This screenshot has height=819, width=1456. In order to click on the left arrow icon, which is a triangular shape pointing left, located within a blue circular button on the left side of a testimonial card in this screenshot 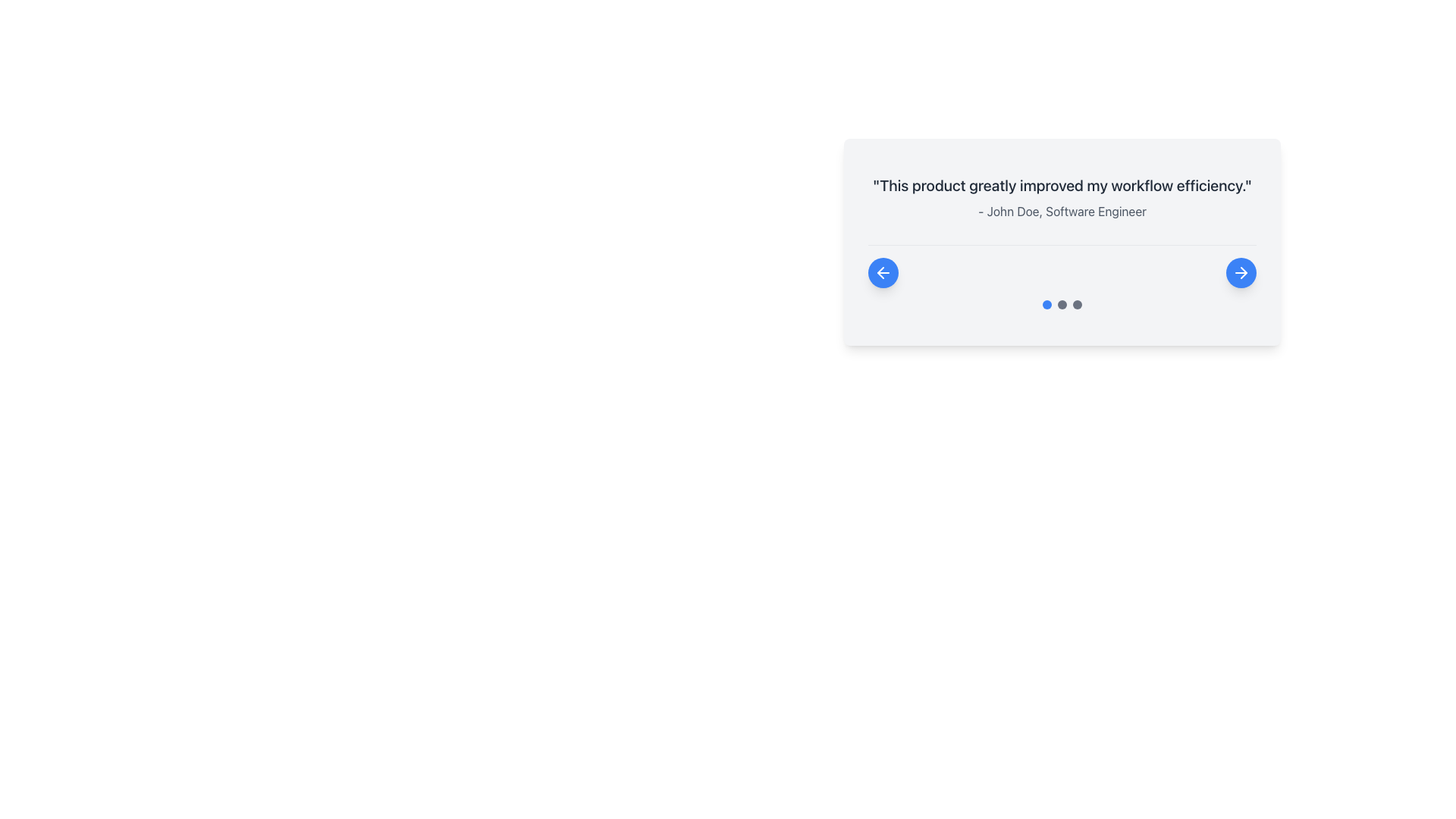, I will do `click(880, 271)`.